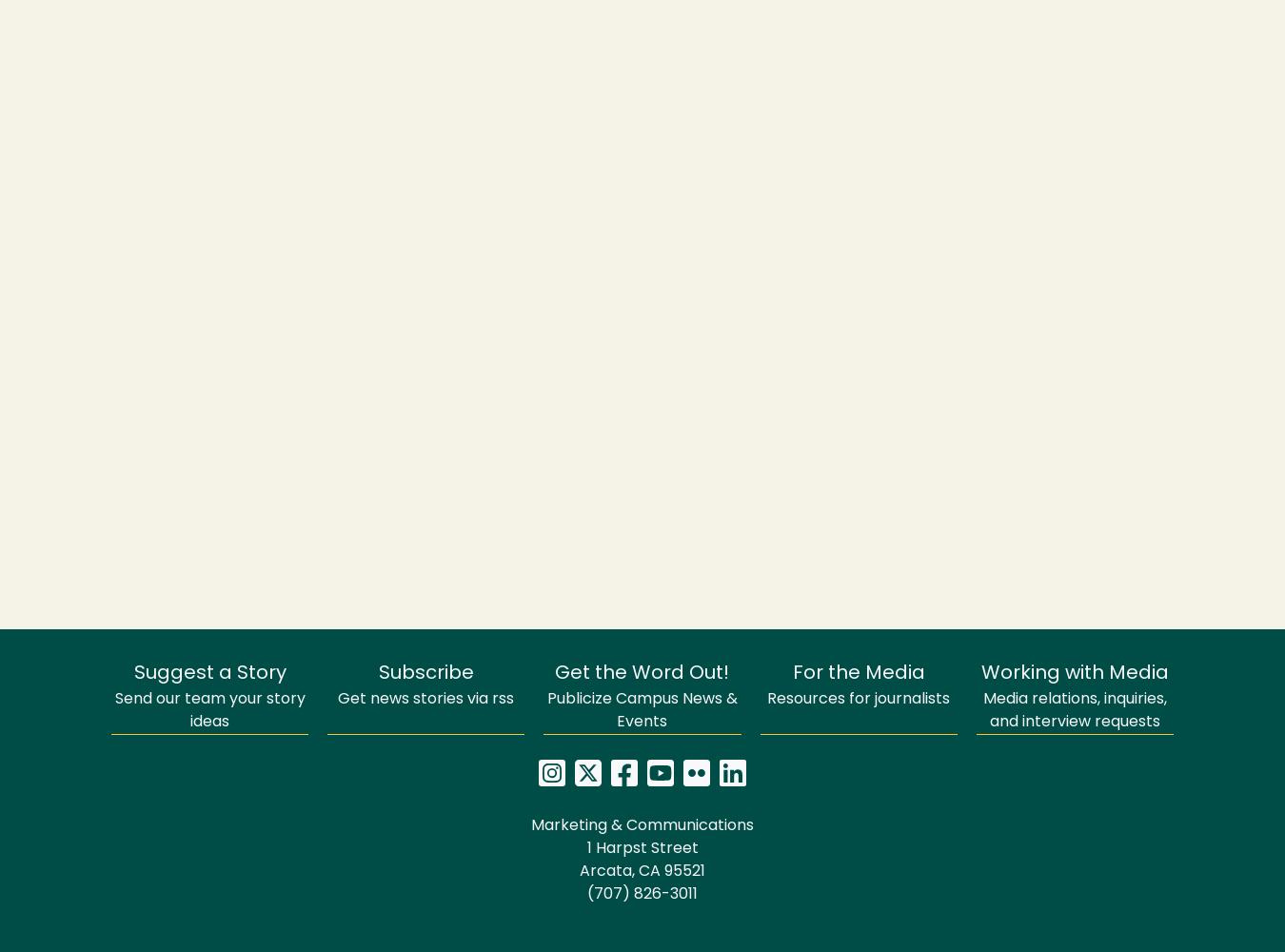 The width and height of the screenshot is (1285, 952). Describe the element at coordinates (857, 673) in the screenshot. I see `'For the Media'` at that location.